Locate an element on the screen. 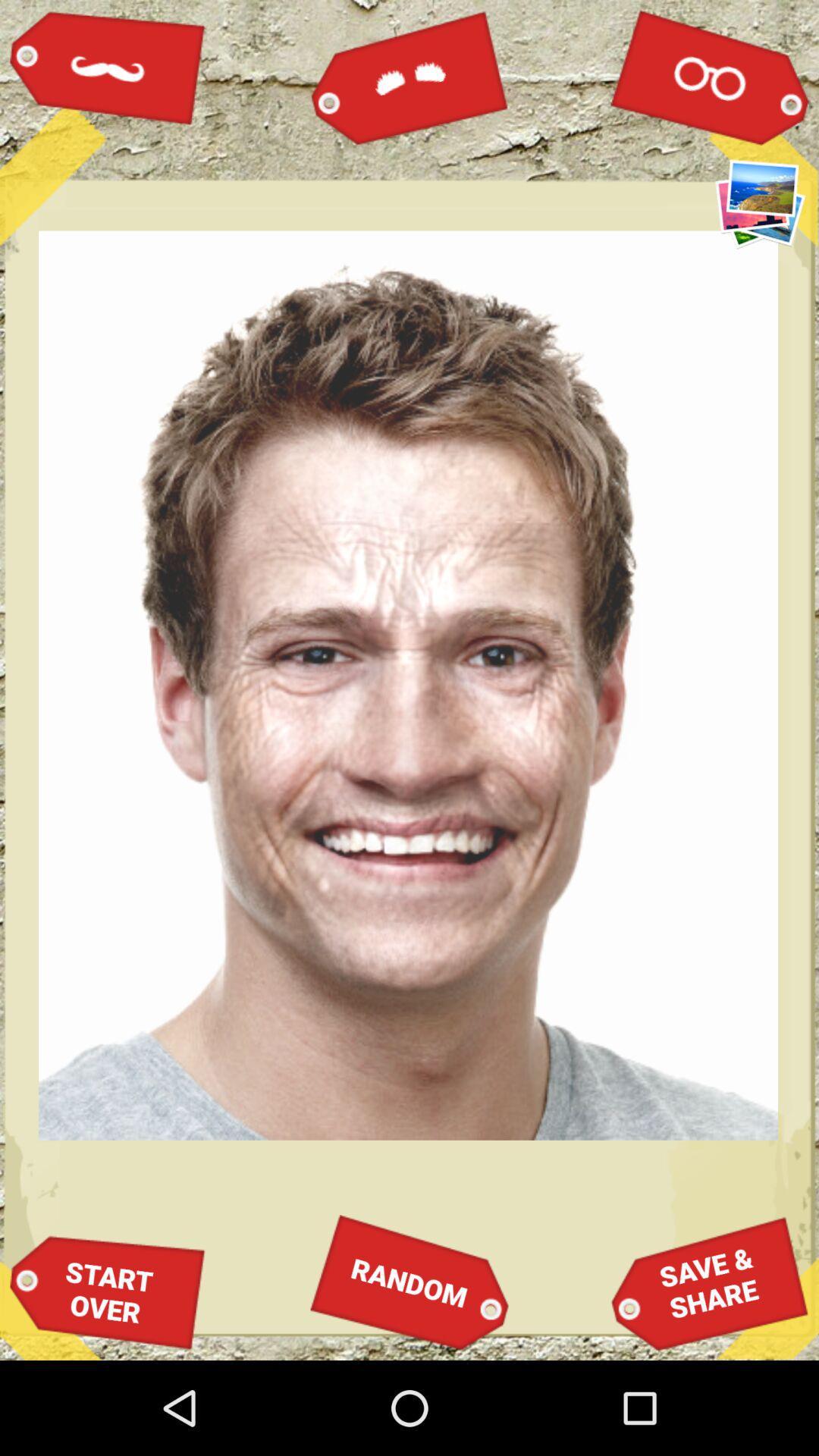 This screenshot has width=819, height=1456. random is located at coordinates (409, 1282).